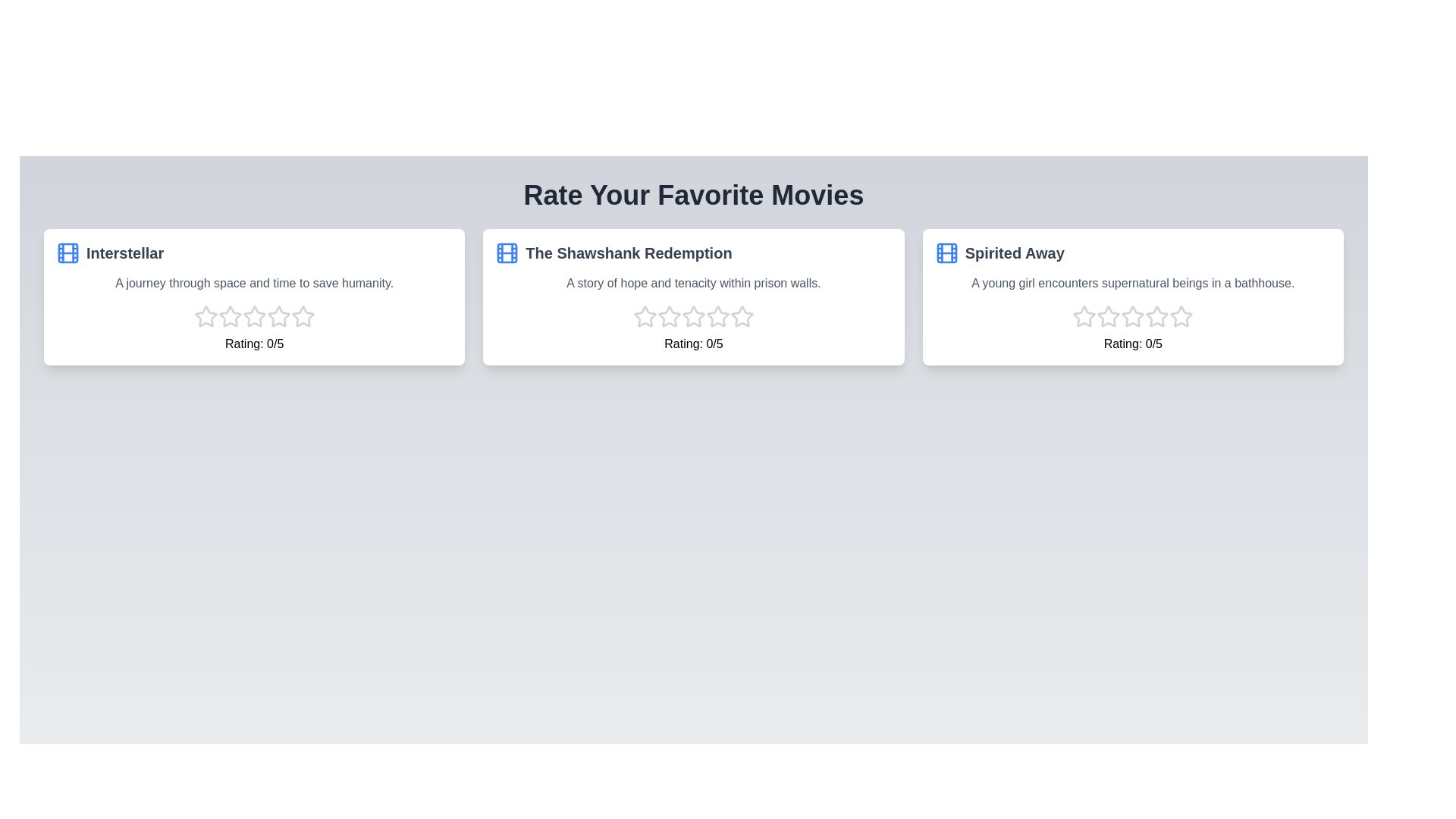 The image size is (1456, 819). What do you see at coordinates (1132, 284) in the screenshot?
I see `the synopsis of the movie Spirited Away` at bounding box center [1132, 284].